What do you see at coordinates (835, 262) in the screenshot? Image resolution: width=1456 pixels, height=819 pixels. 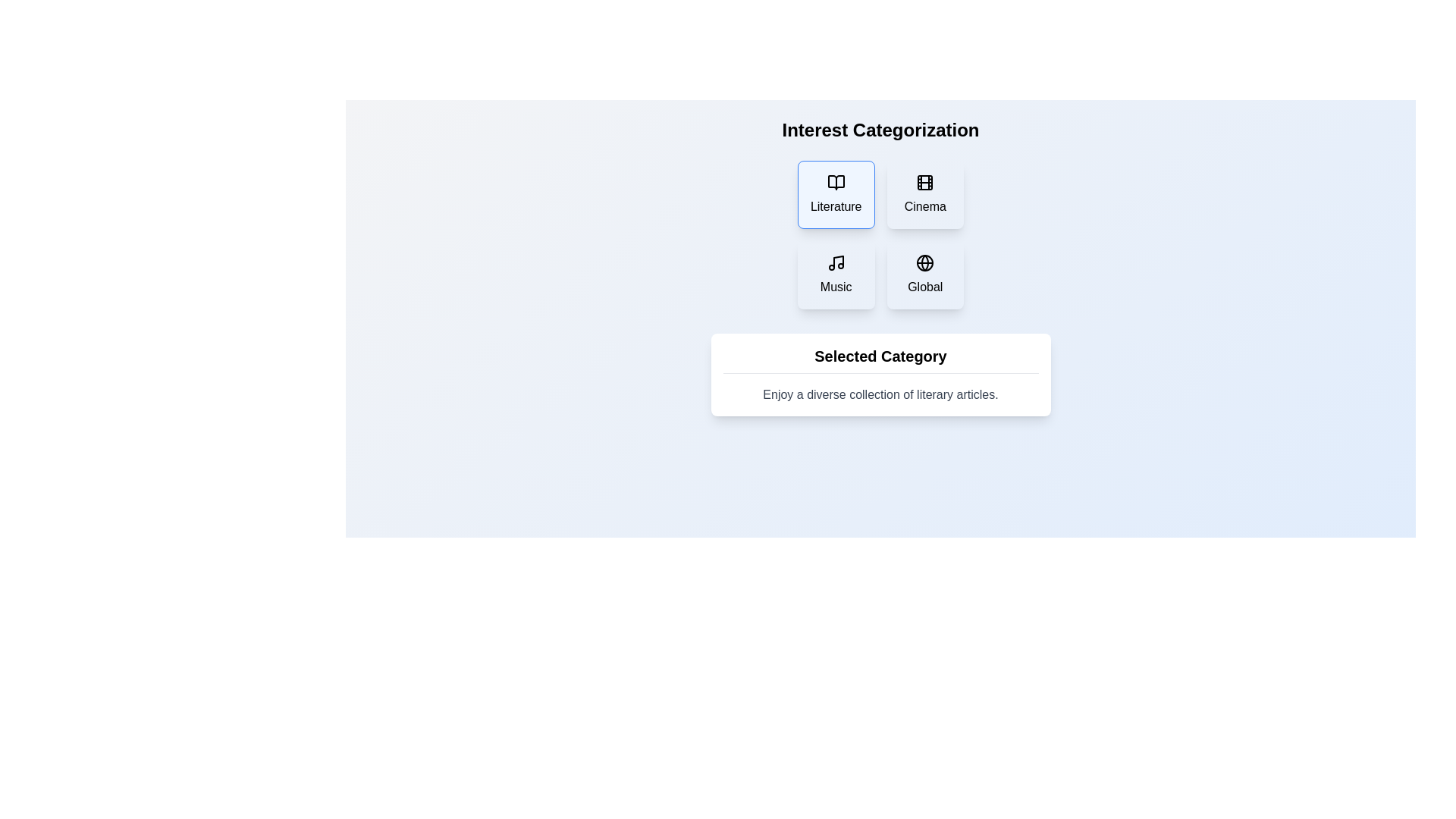 I see `the 'Music' icon located at the center of the 'Music' card, positioned above the text label 'Music' under the 'Interest Categorization' heading` at bounding box center [835, 262].